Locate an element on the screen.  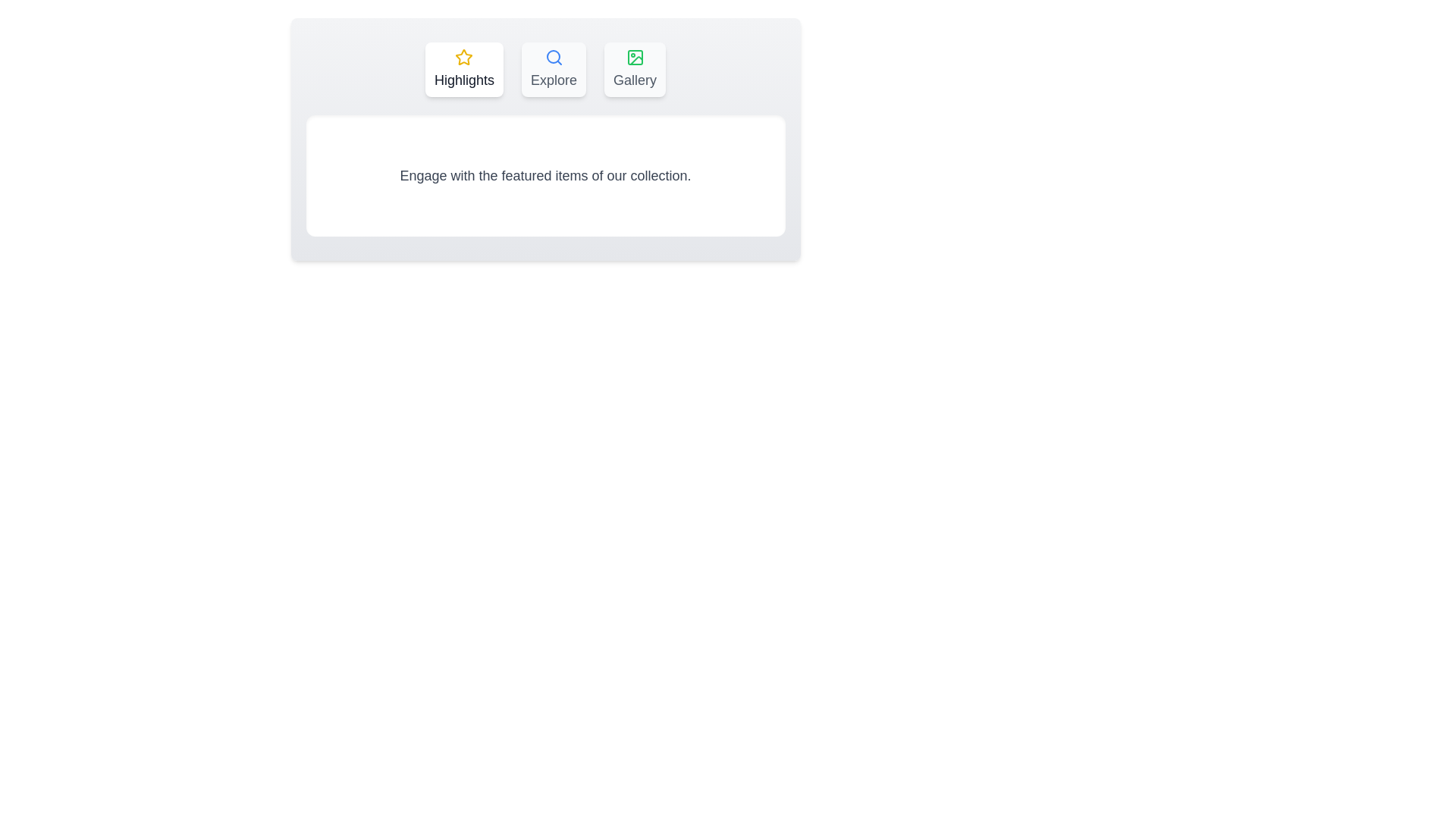
the tab labeled Gallery to observe the hover animation is located at coordinates (635, 70).